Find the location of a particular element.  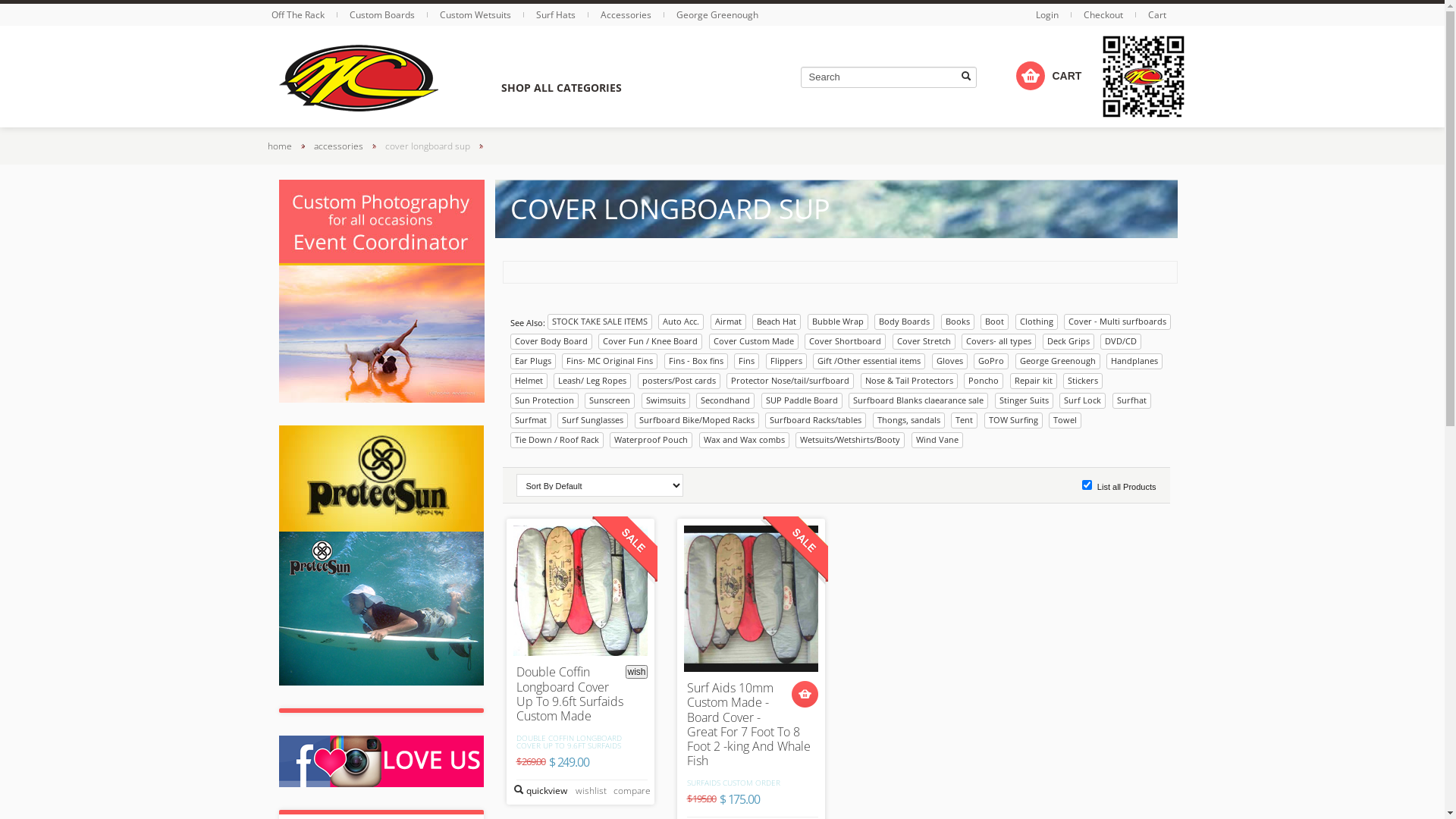

'wish' is located at coordinates (636, 671).